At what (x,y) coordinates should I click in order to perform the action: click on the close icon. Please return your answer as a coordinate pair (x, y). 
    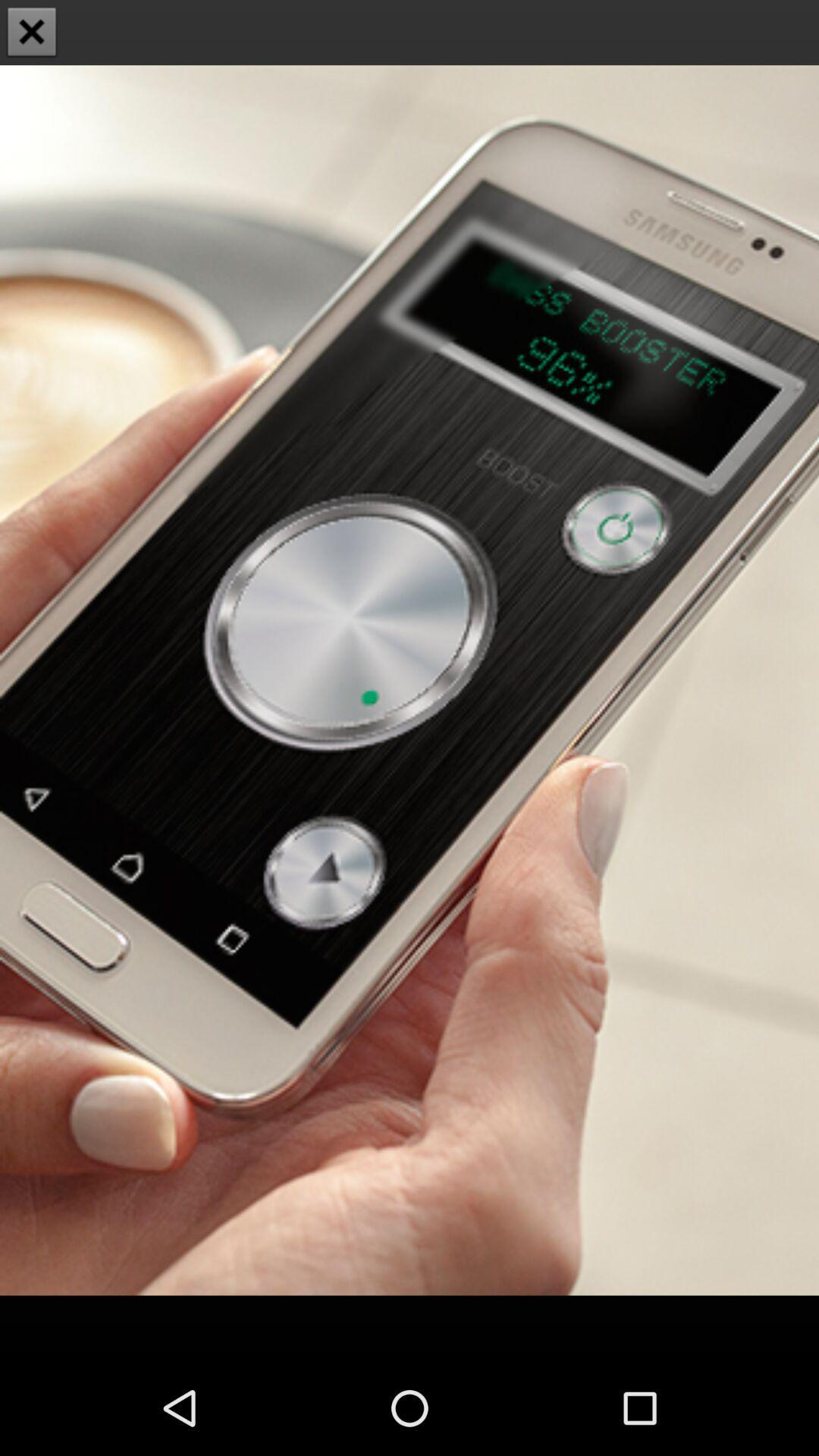
    Looking at the image, I should click on (32, 33).